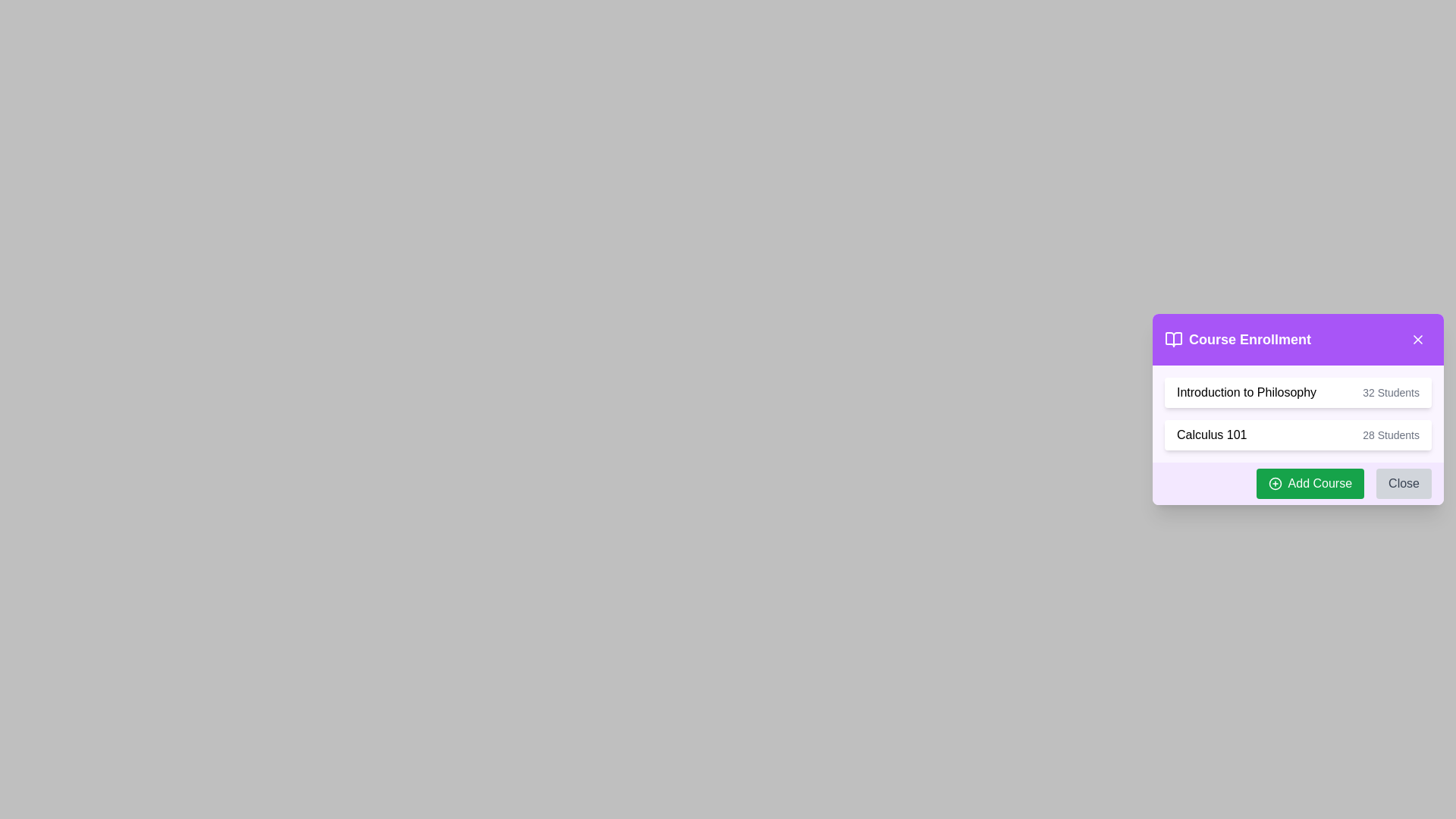  What do you see at coordinates (1391, 391) in the screenshot?
I see `the Text display indicating the number of students currently enrolled in the 'Introduction to Philosophy' course, located to the right of the course title within the 'Course Enrollment' interface` at bounding box center [1391, 391].